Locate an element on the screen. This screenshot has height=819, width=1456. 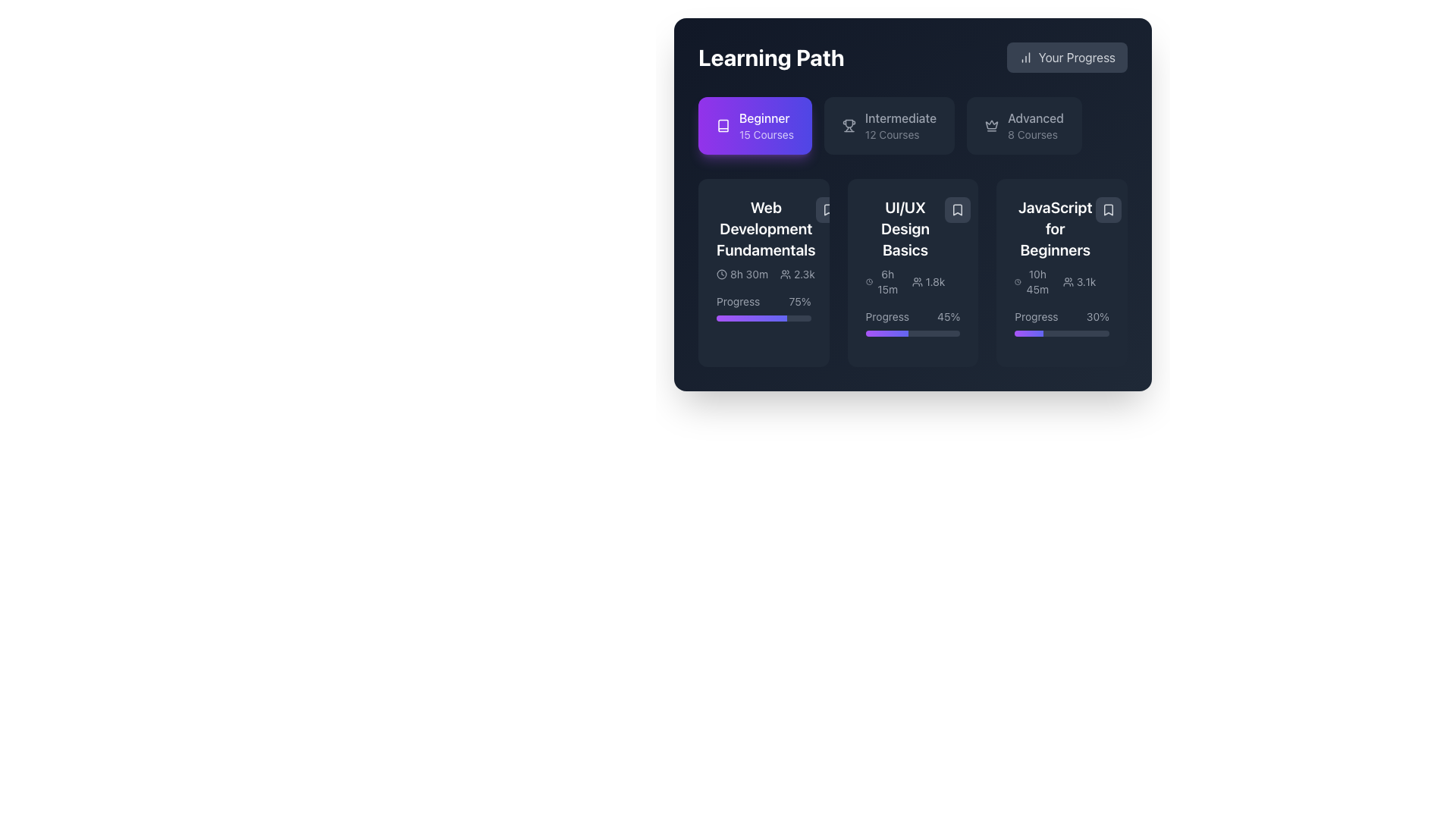
the 'Advanced' label that serves as a navigation aid for users to identify and access the corresponding advanced level courses, located at the top-right corner of the section labeled 'Advanced 8 Courses' is located at coordinates (1035, 117).